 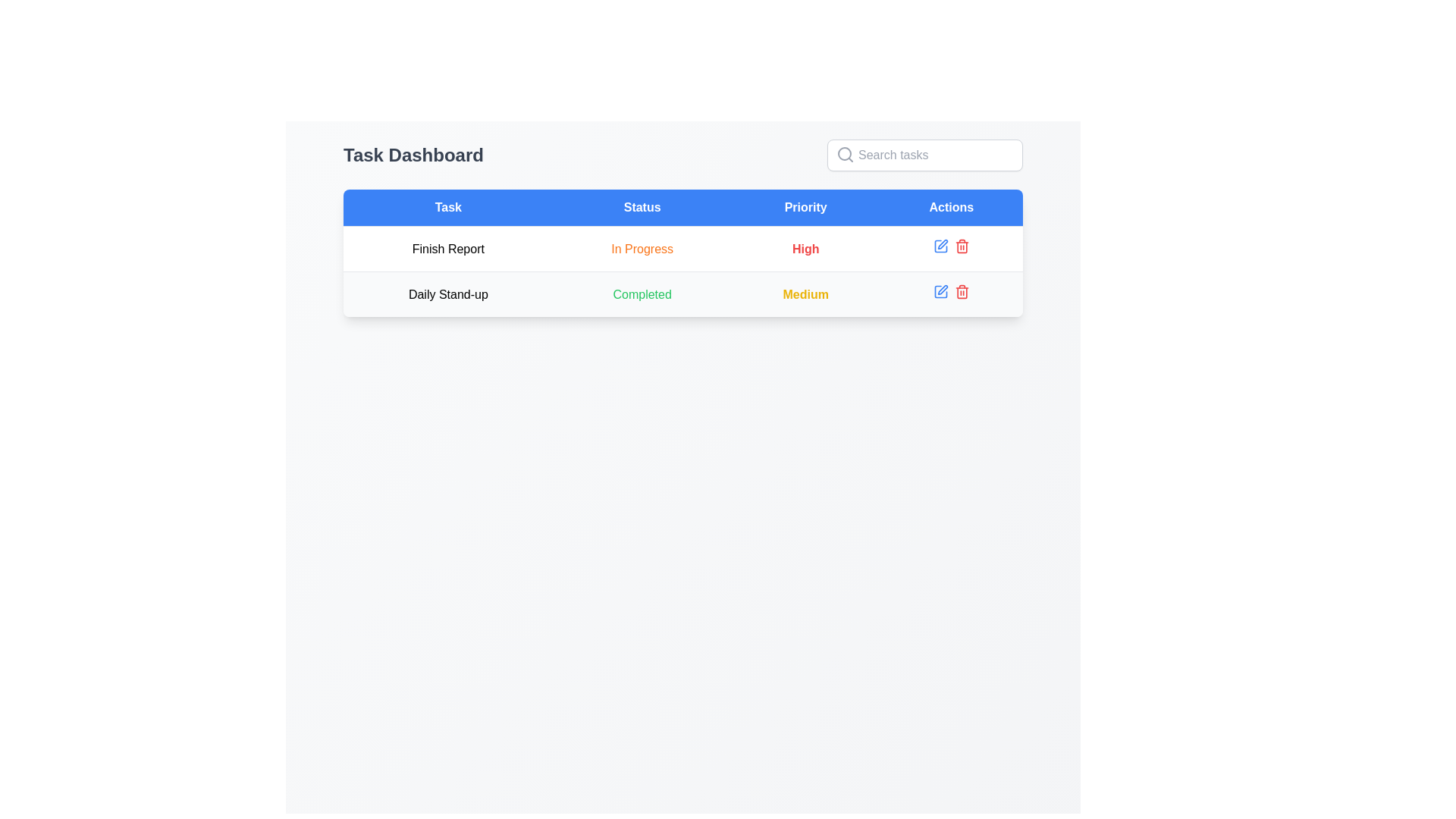 I want to click on the pen or pencil icon, so click(x=942, y=243).